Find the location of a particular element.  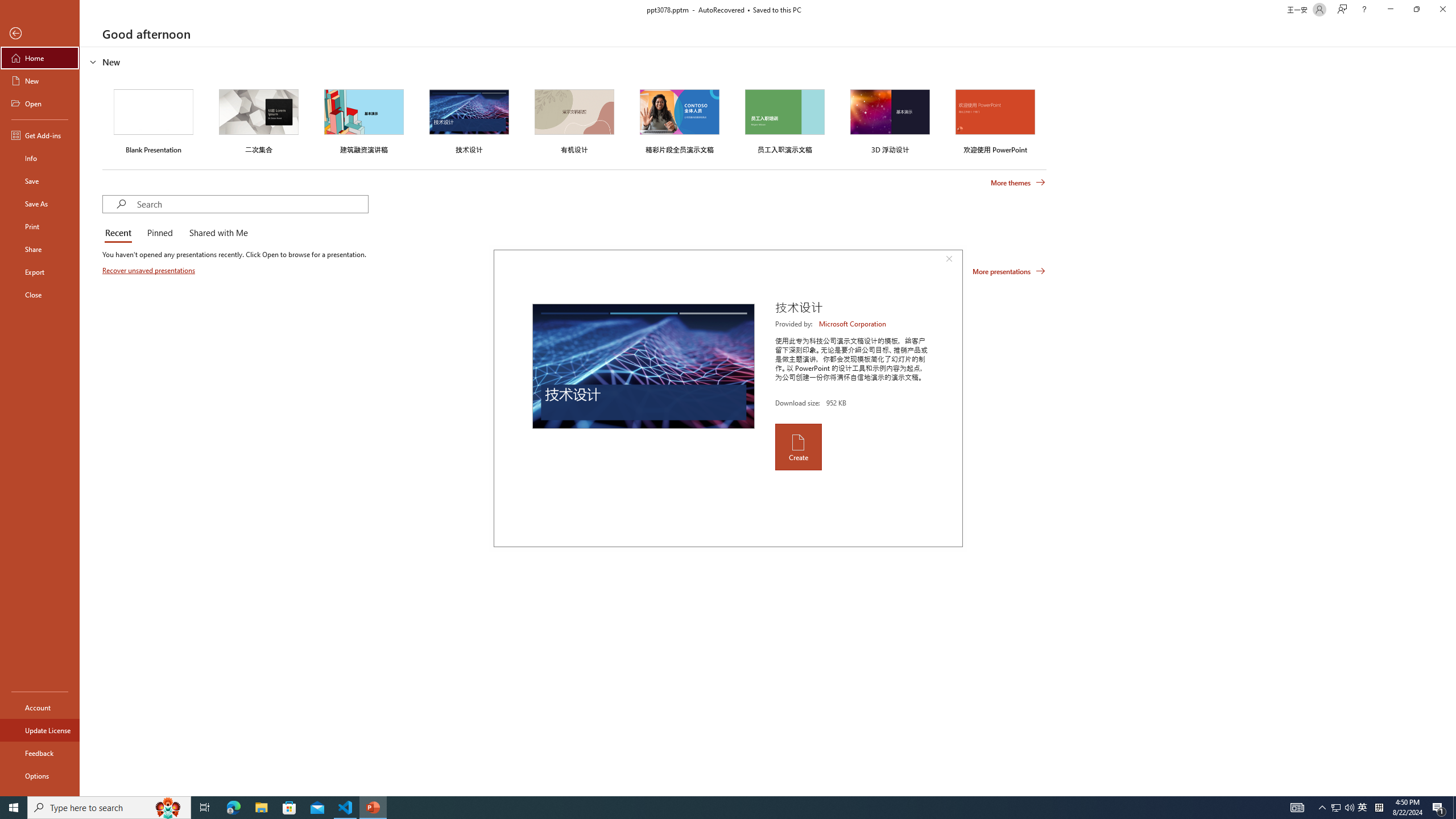

'Print' is located at coordinates (39, 226).